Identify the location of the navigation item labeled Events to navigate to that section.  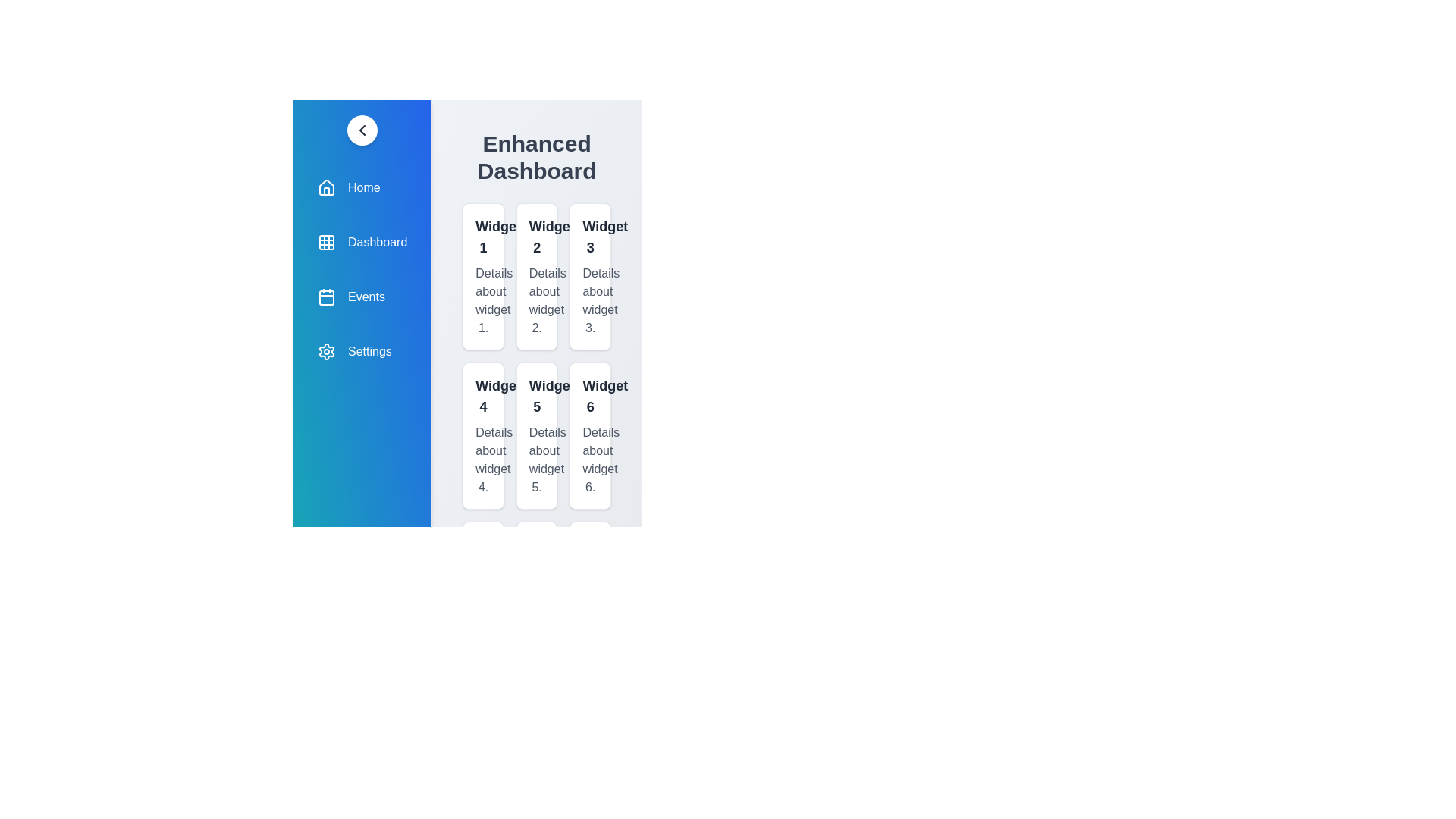
(362, 297).